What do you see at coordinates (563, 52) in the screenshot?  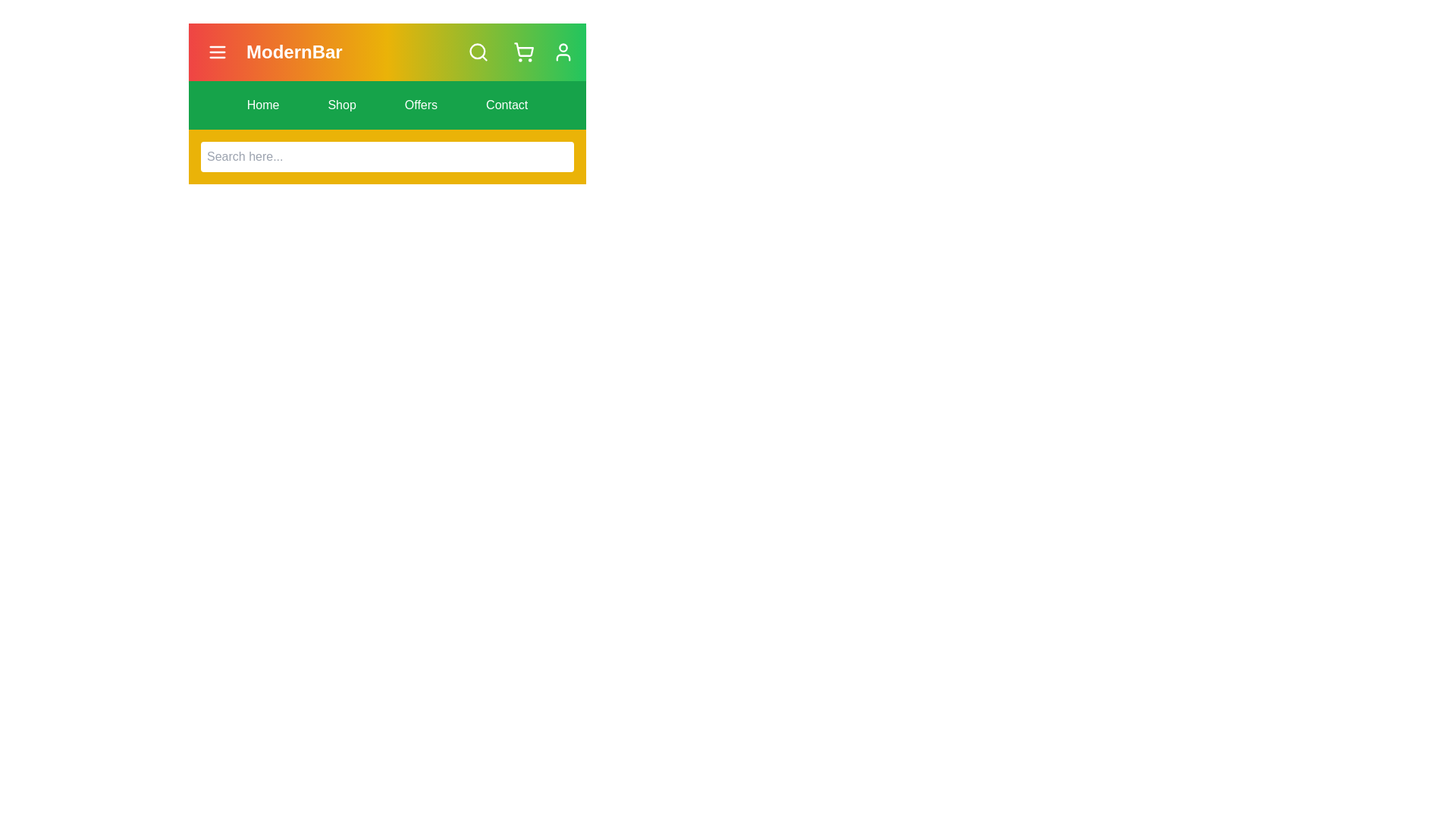 I see `the user icon in the ModernAppBar` at bounding box center [563, 52].